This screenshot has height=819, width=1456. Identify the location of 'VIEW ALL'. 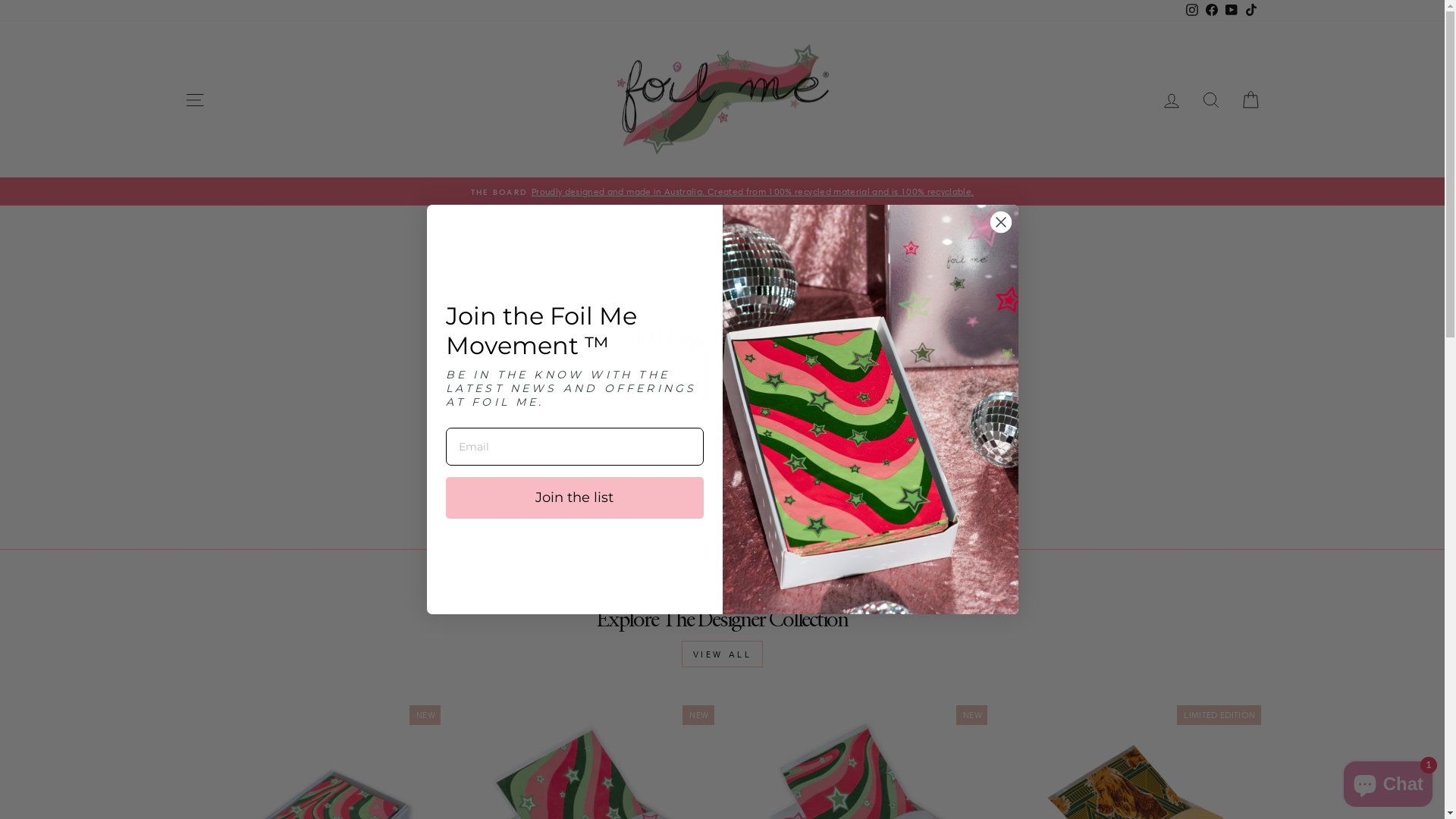
(722, 653).